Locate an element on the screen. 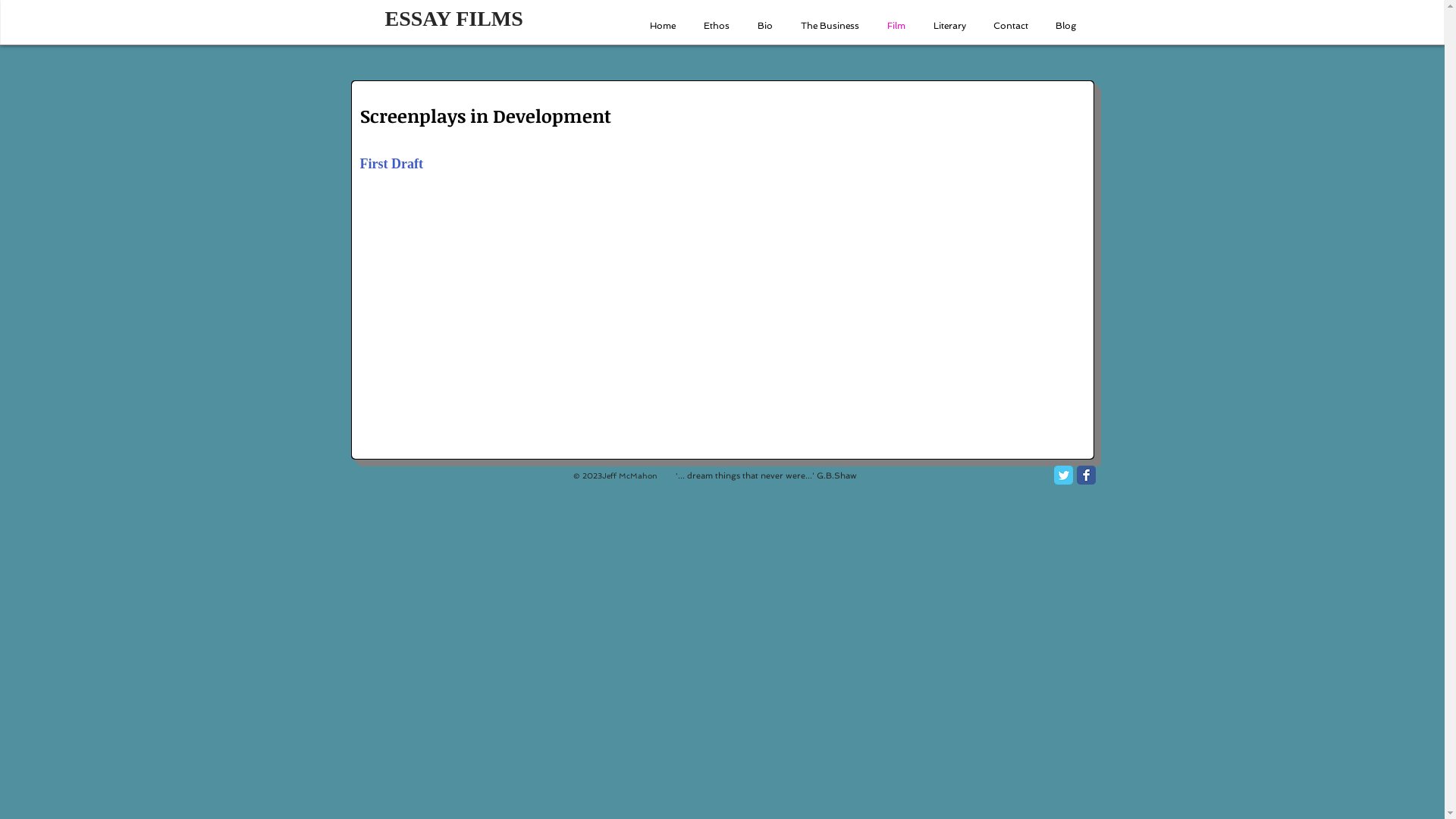 This screenshot has height=819, width=1456. 'Blog' is located at coordinates (1063, 26).